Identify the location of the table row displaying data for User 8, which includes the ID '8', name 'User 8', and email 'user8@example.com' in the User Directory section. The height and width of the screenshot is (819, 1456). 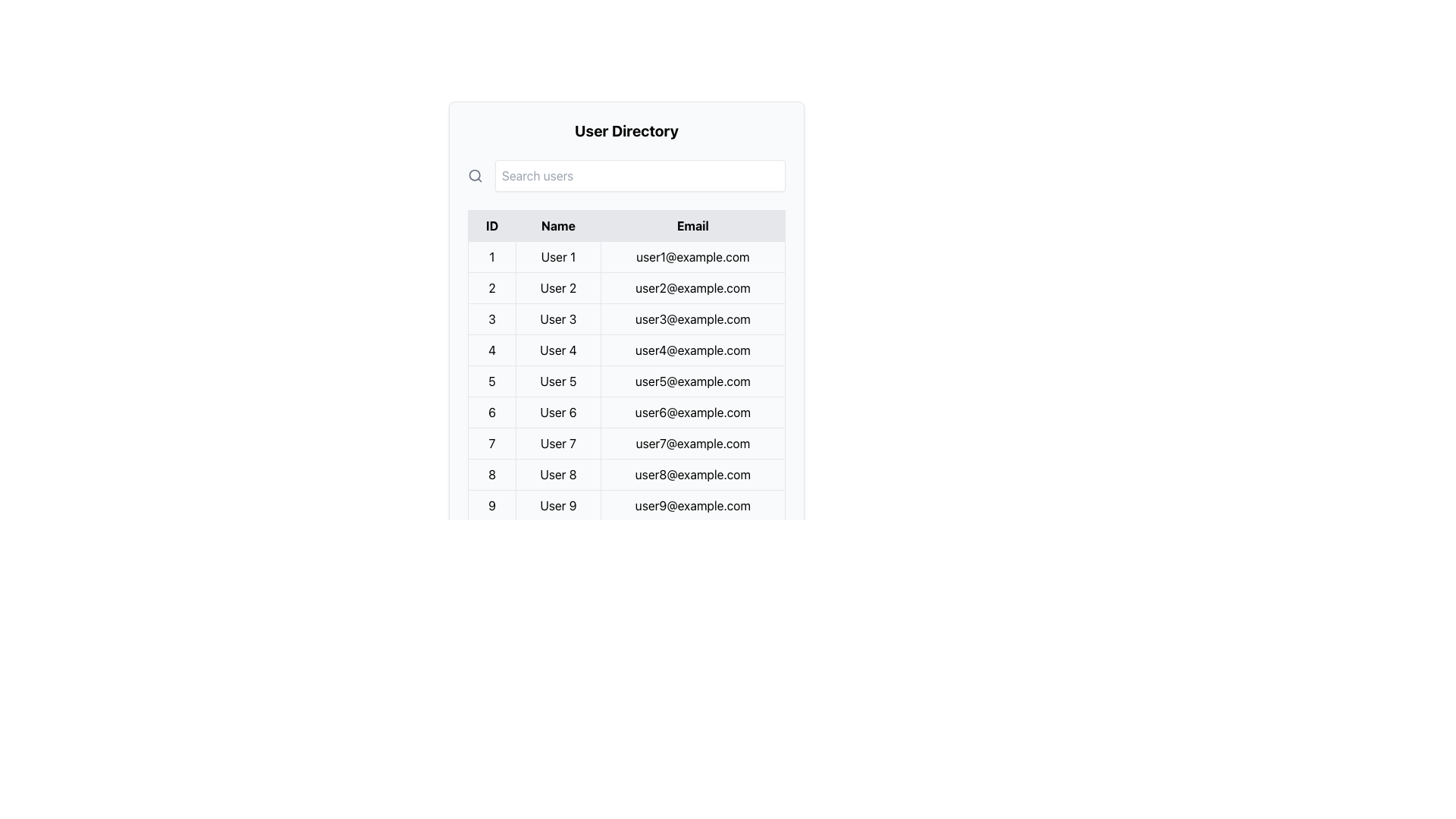
(626, 473).